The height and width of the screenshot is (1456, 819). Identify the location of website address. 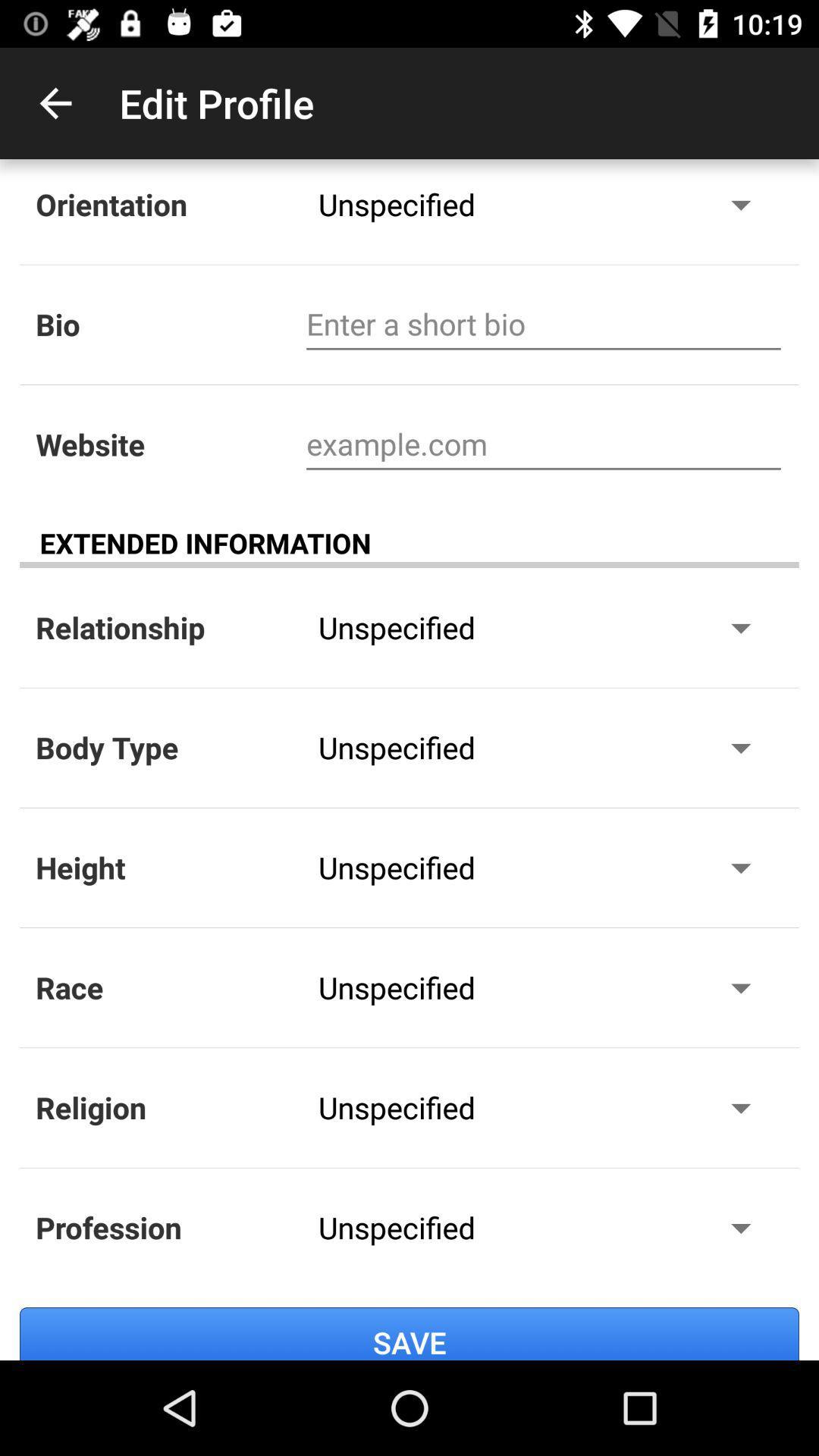
(543, 444).